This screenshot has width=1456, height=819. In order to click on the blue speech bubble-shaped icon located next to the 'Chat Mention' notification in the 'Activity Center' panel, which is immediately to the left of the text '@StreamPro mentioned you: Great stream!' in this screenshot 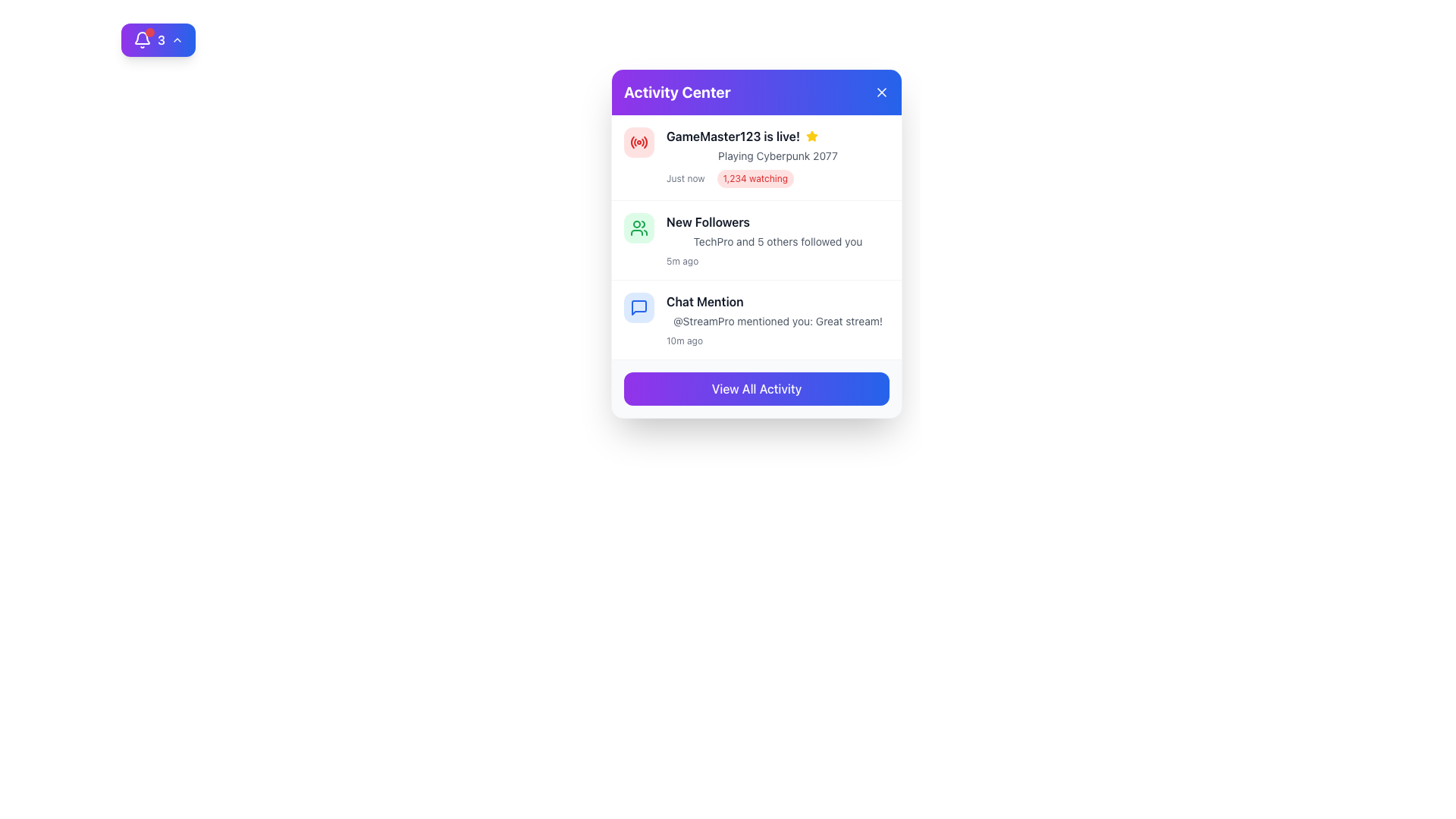, I will do `click(639, 307)`.